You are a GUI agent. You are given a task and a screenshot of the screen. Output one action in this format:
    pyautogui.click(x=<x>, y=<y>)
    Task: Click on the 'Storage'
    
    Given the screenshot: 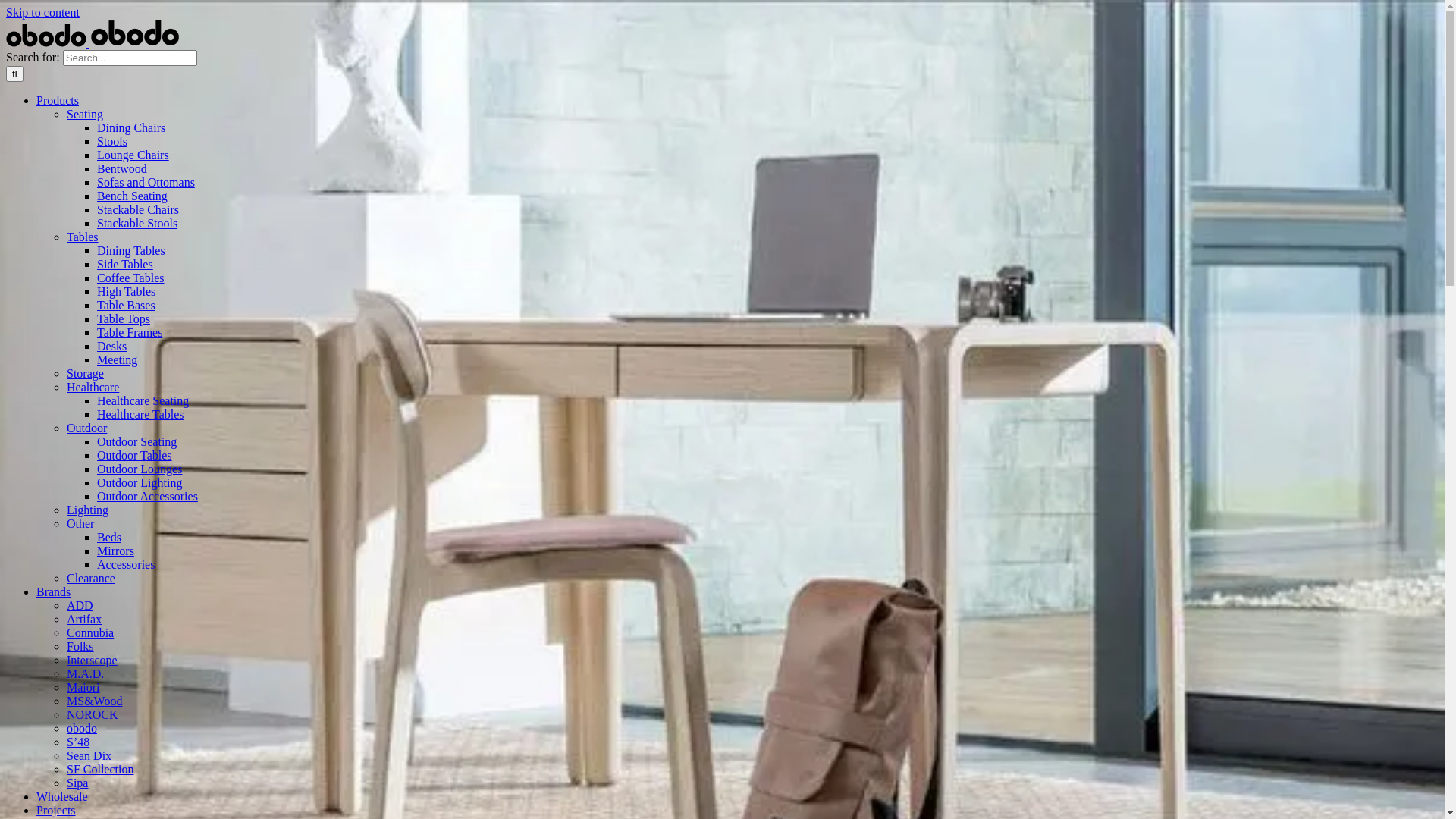 What is the action you would take?
    pyautogui.click(x=84, y=373)
    